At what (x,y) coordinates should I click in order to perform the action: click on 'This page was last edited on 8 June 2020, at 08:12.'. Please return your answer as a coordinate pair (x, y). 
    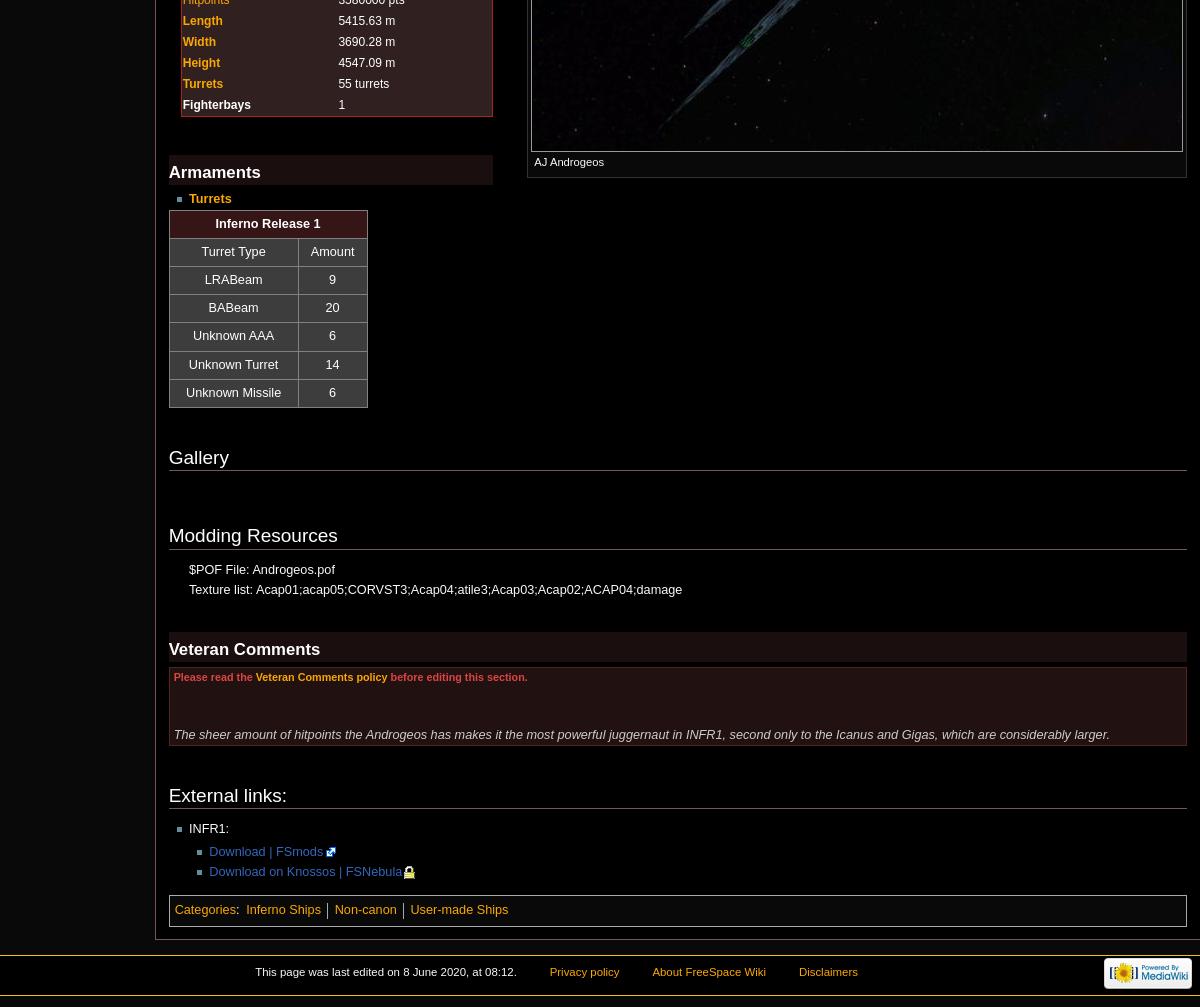
    Looking at the image, I should click on (385, 970).